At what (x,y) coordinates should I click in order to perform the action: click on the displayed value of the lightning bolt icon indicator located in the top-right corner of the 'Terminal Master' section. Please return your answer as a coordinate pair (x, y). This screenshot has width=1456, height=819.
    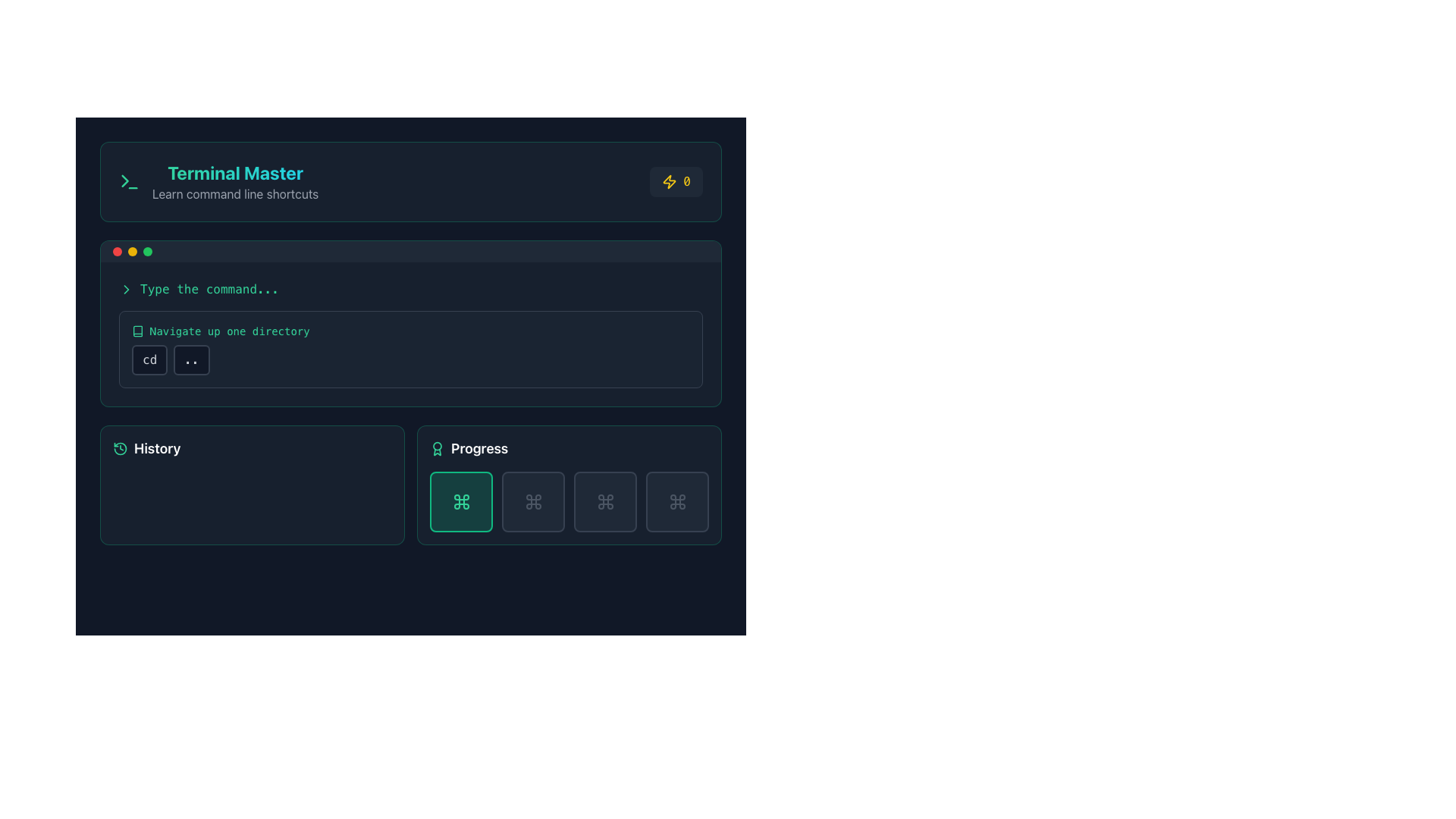
    Looking at the image, I should click on (676, 180).